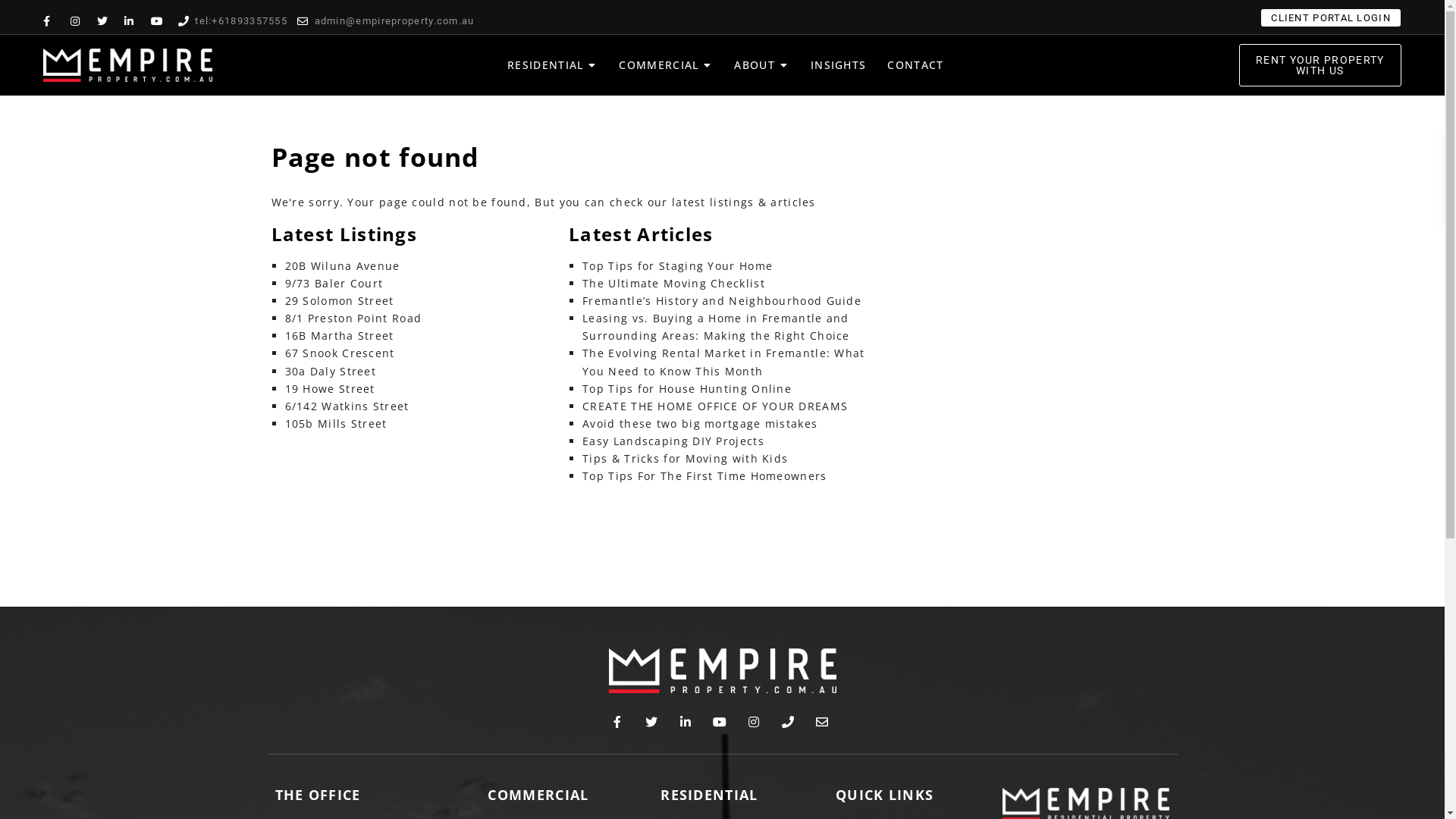 The image size is (1456, 819). What do you see at coordinates (338, 334) in the screenshot?
I see `'16B Martha Street'` at bounding box center [338, 334].